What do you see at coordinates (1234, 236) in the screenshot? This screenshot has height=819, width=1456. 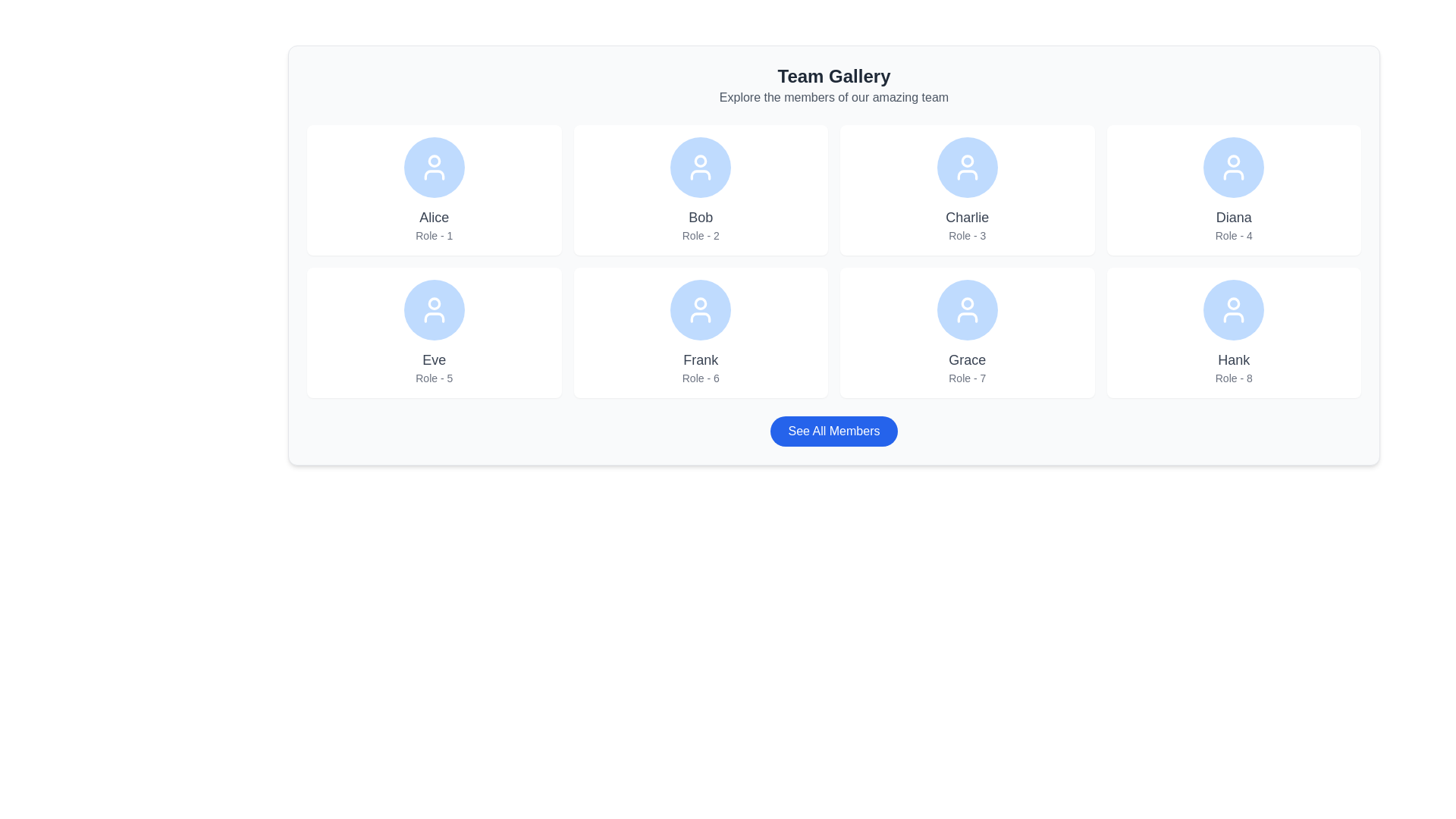 I see `text content of the label displaying 'Role - 4' which is positioned below the larger text 'Diana' in the card located in the second row, fourth column of the grid layout` at bounding box center [1234, 236].